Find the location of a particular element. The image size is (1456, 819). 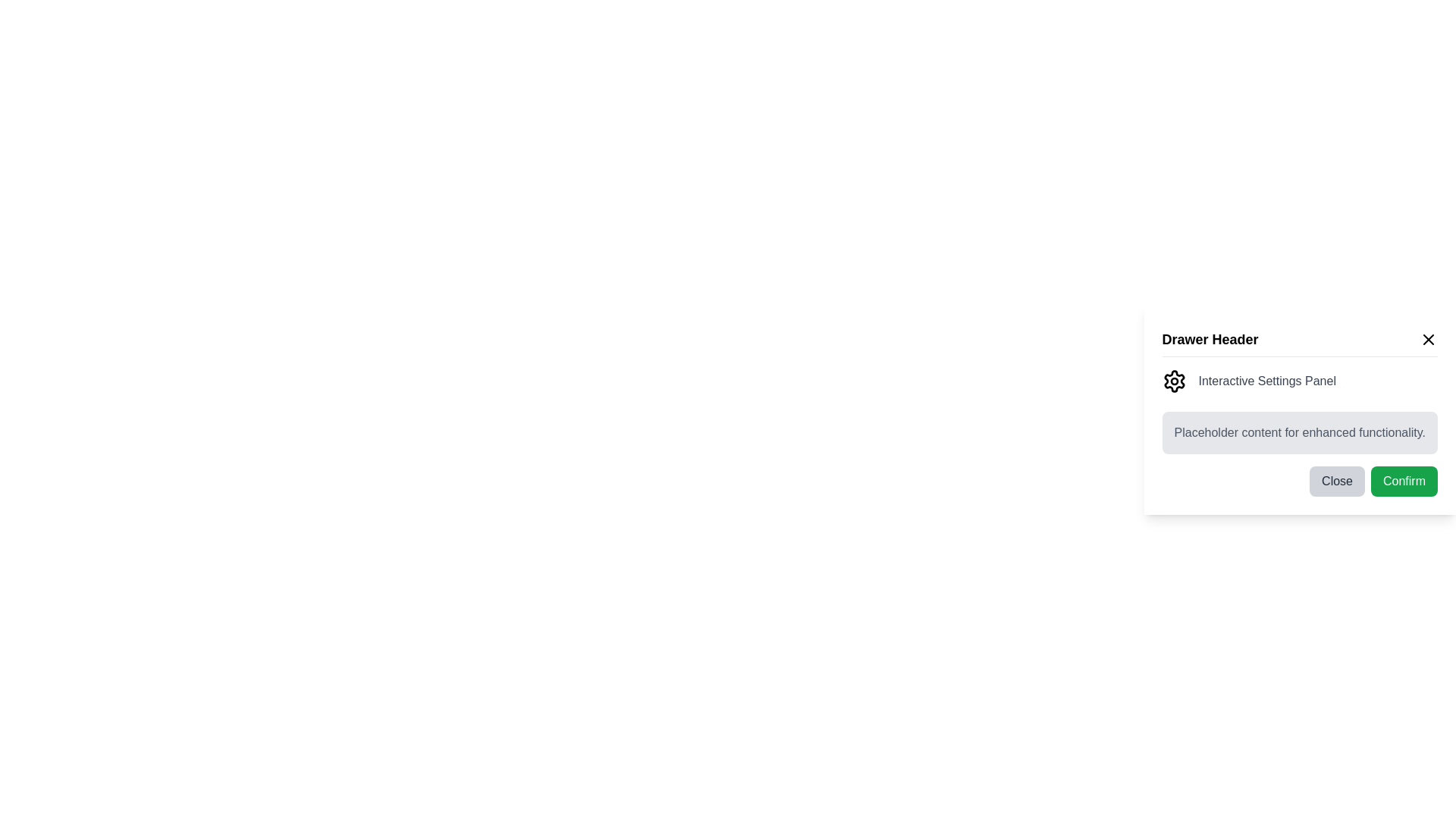

the circular close button with a bold 'X' icon located in the top-right corner of the 'Drawer Header' is located at coordinates (1427, 338).